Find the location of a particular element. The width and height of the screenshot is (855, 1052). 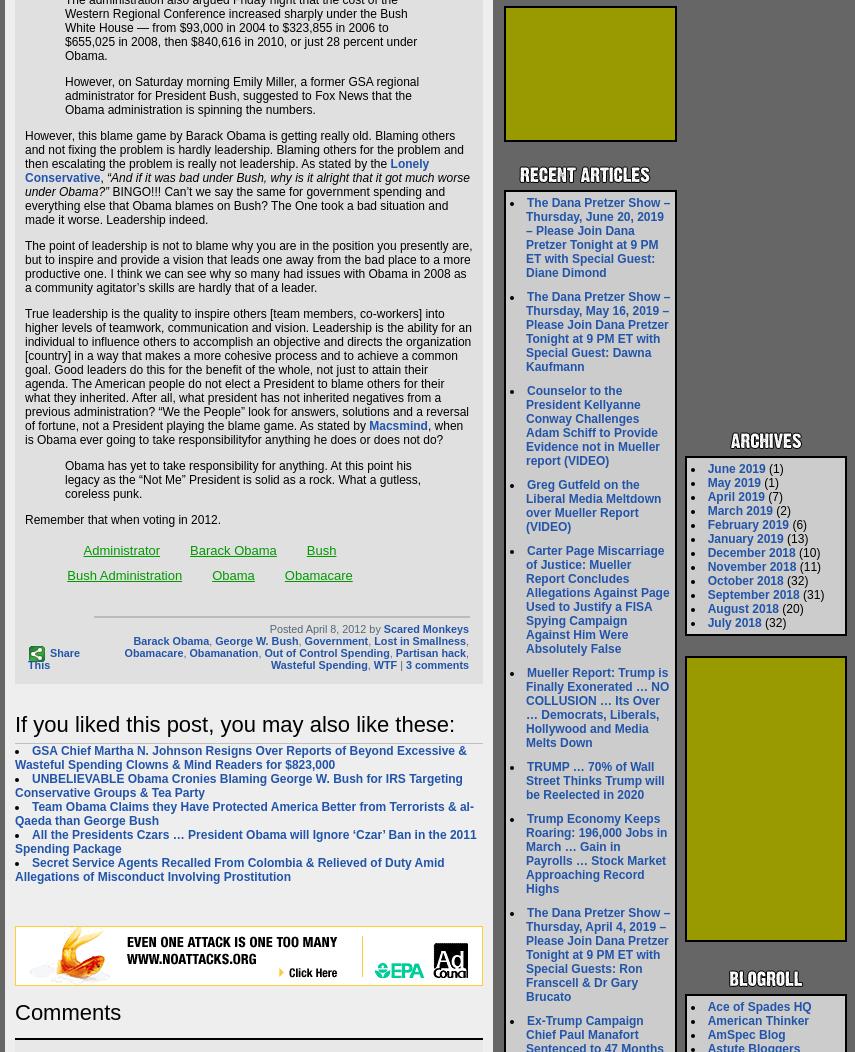

'June 2019' is located at coordinates (735, 468).